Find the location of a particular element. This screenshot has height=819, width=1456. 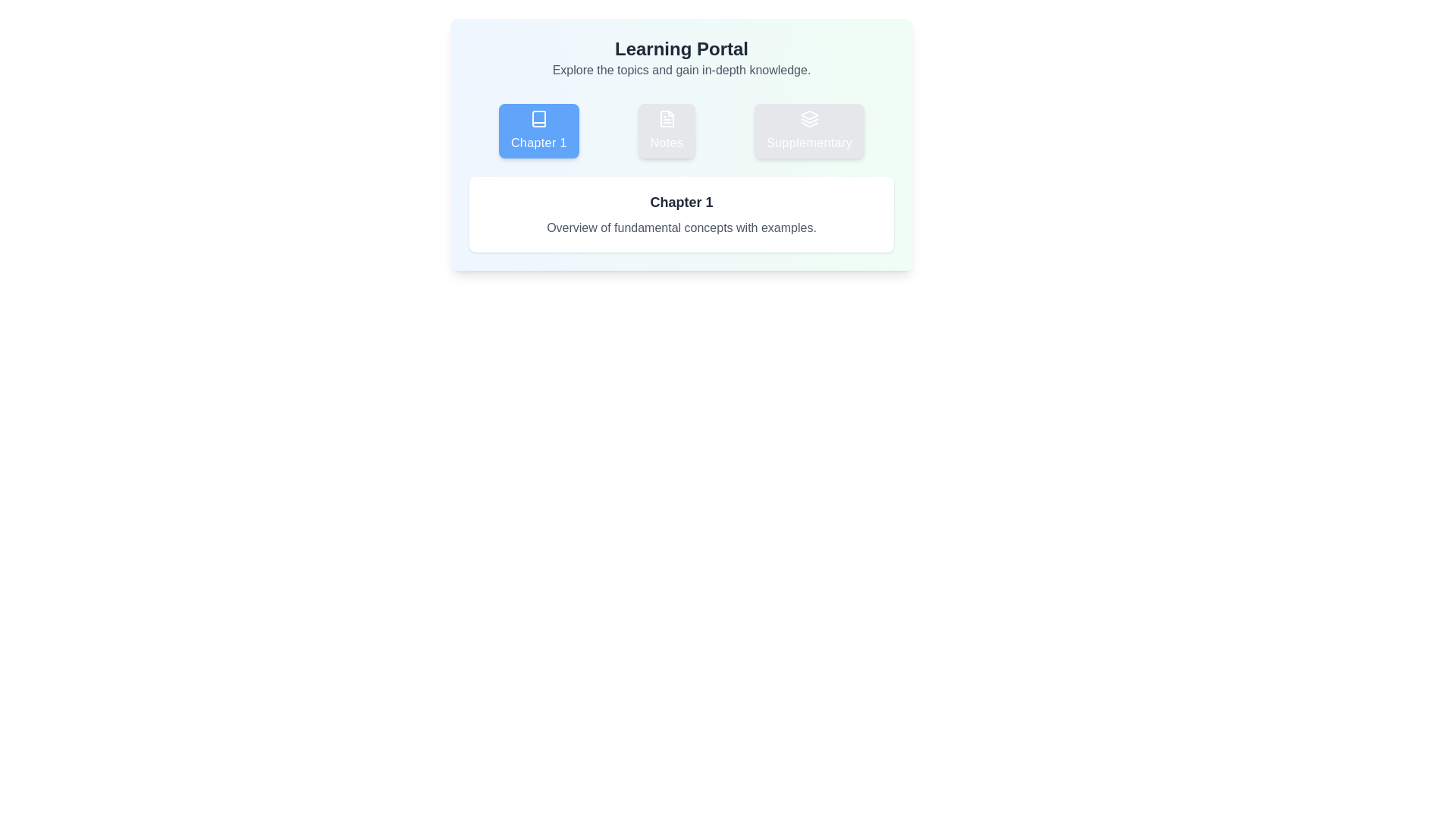

the 'Notes' button located in the toolbar is located at coordinates (667, 130).